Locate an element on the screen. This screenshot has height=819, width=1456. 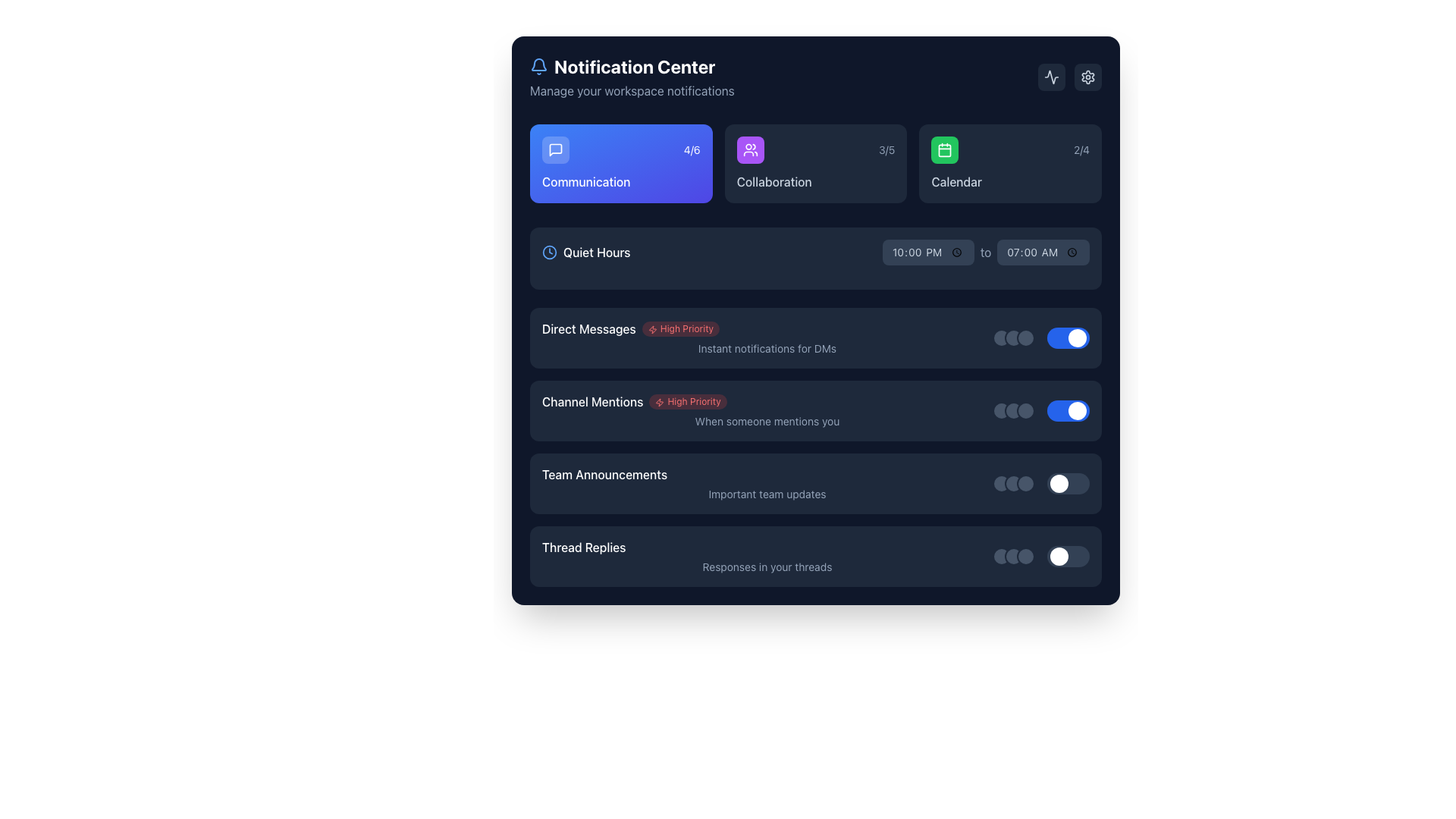
the waveform icon located at the top right corner of the notification panel is located at coordinates (1051, 77).